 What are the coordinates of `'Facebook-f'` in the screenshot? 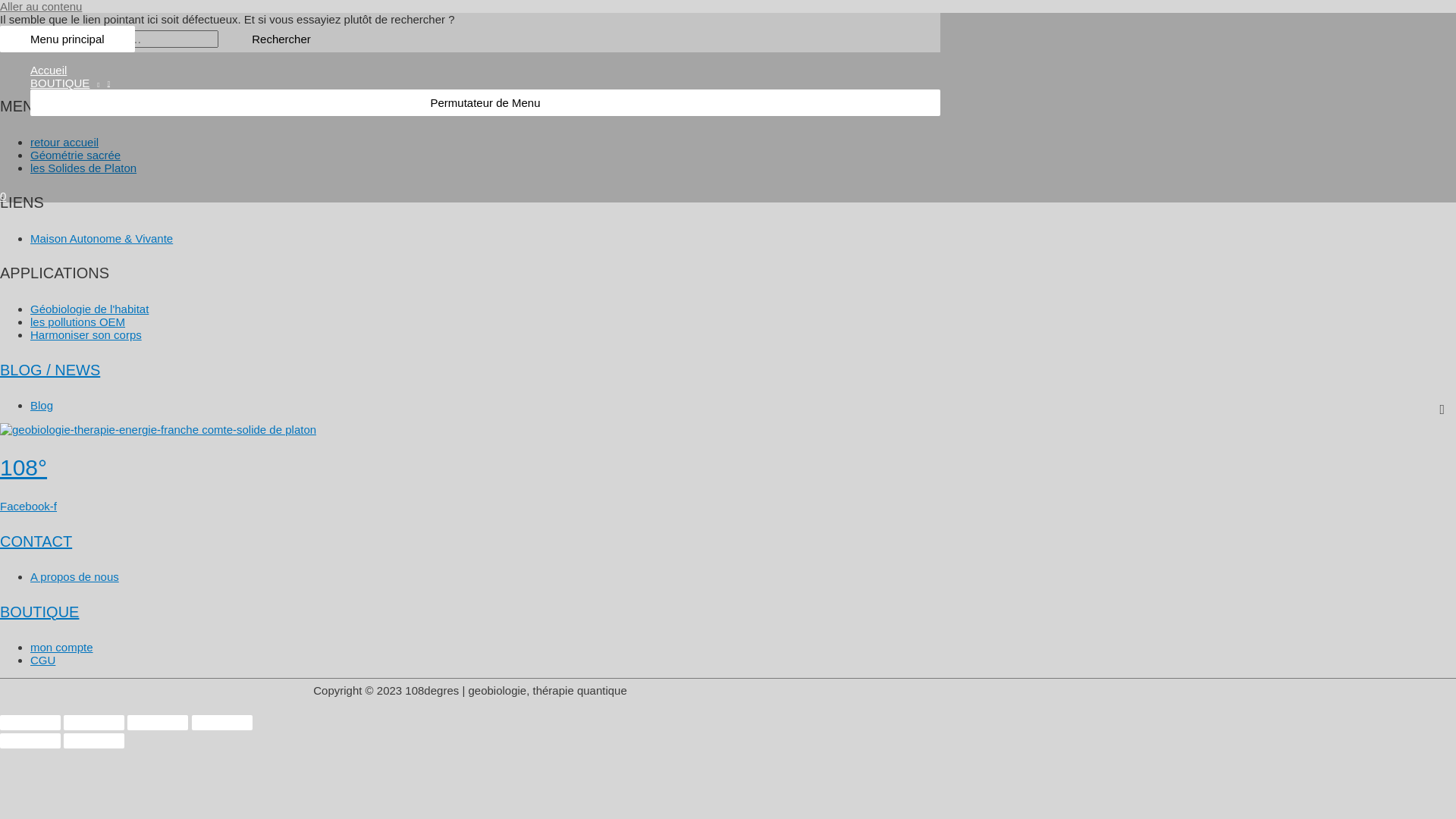 It's located at (0, 506).